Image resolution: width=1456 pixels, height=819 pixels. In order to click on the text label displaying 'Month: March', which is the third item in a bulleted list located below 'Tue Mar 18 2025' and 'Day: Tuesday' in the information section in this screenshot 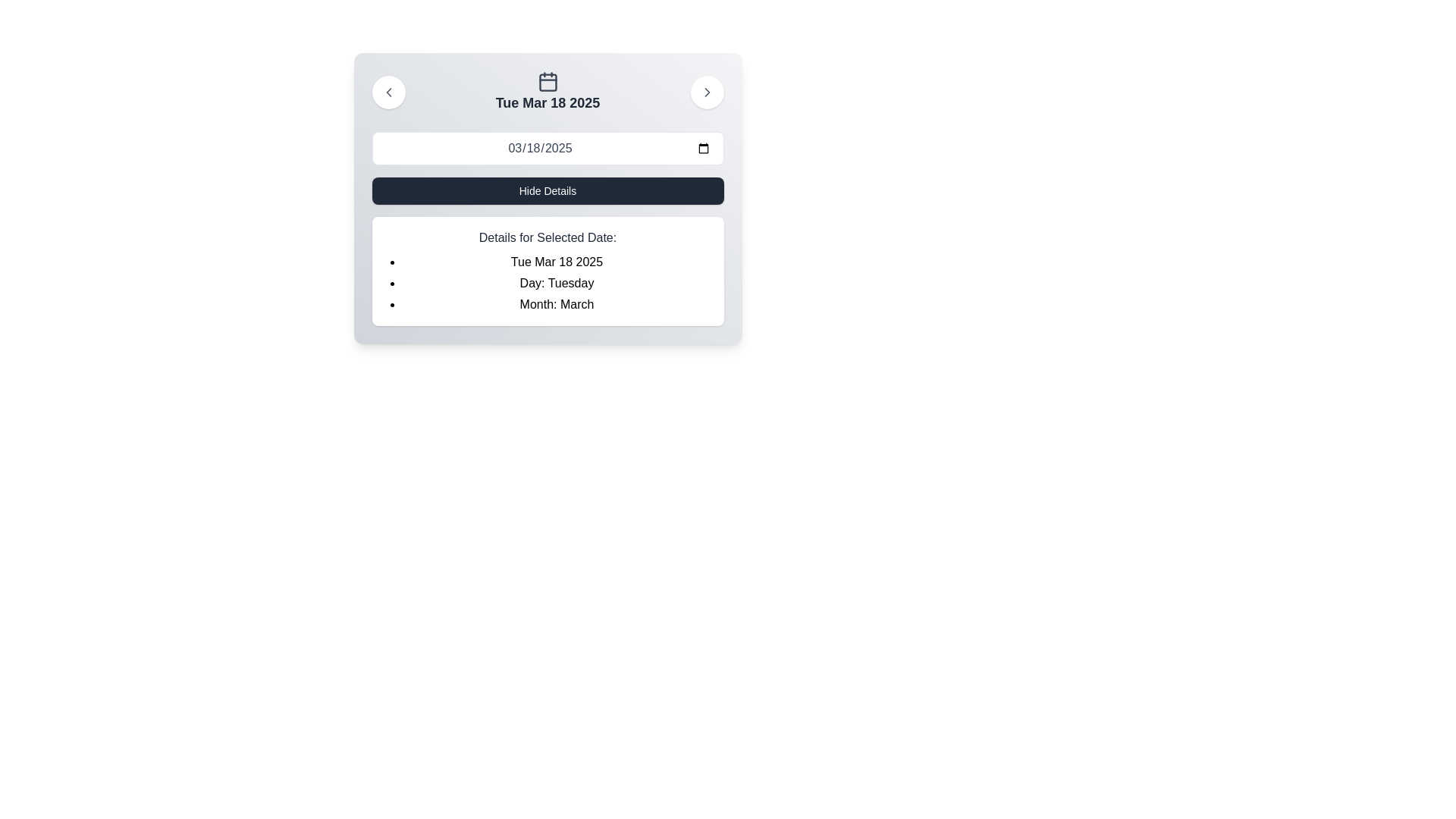, I will do `click(556, 304)`.